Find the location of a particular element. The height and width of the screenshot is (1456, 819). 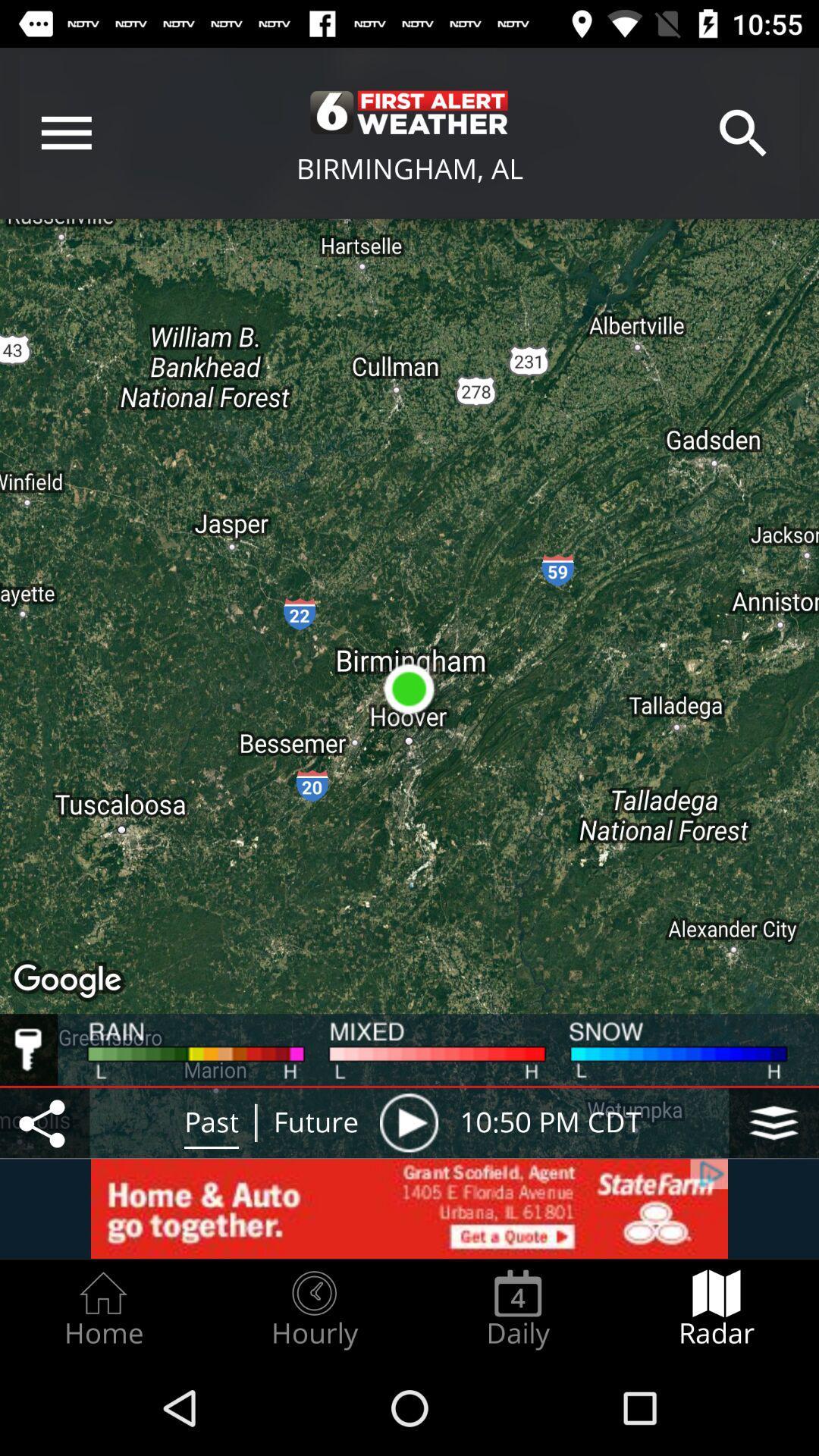

the icon to the left of daily is located at coordinates (313, 1309).